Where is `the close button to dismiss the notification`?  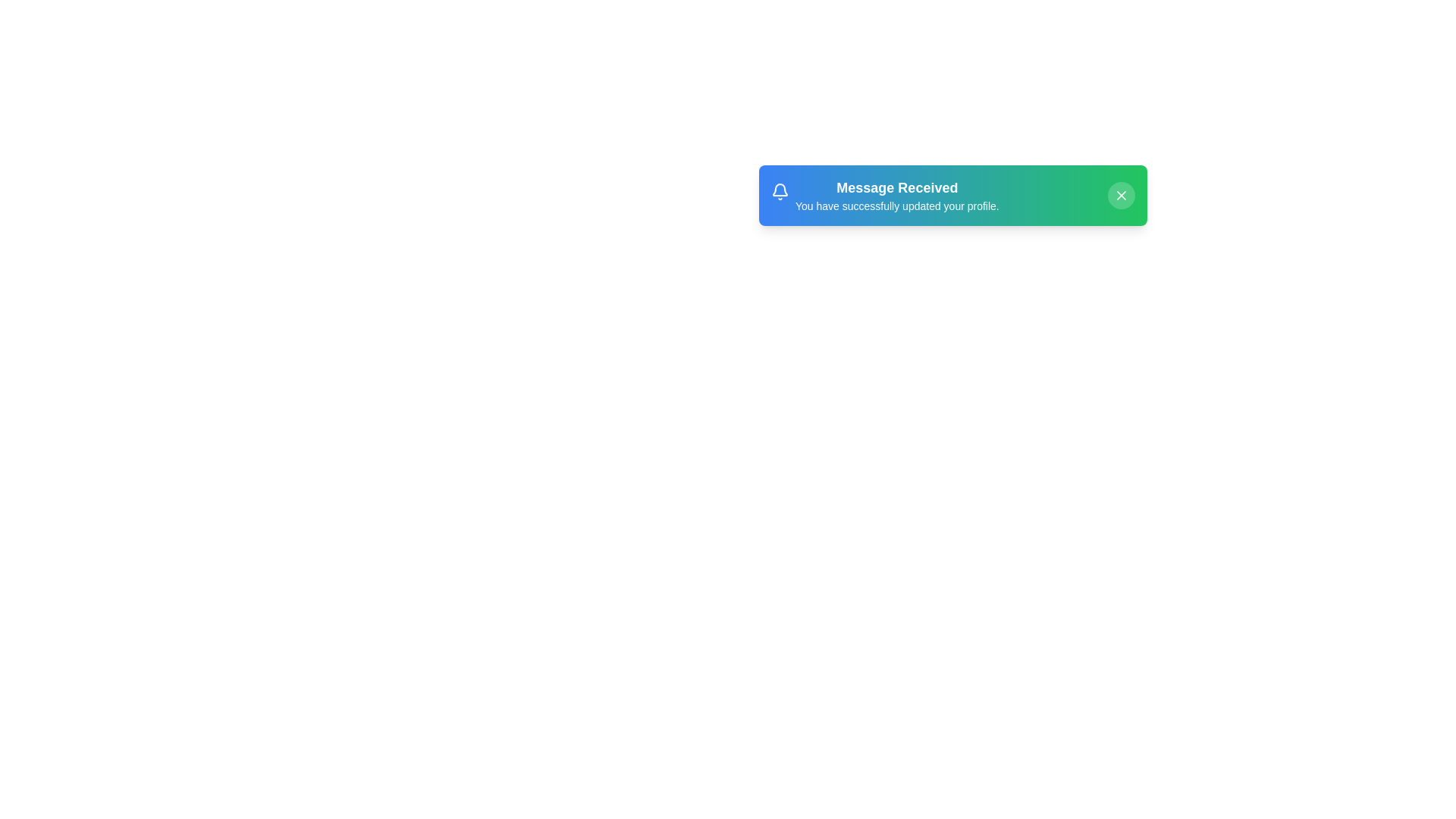
the close button to dismiss the notification is located at coordinates (1121, 195).